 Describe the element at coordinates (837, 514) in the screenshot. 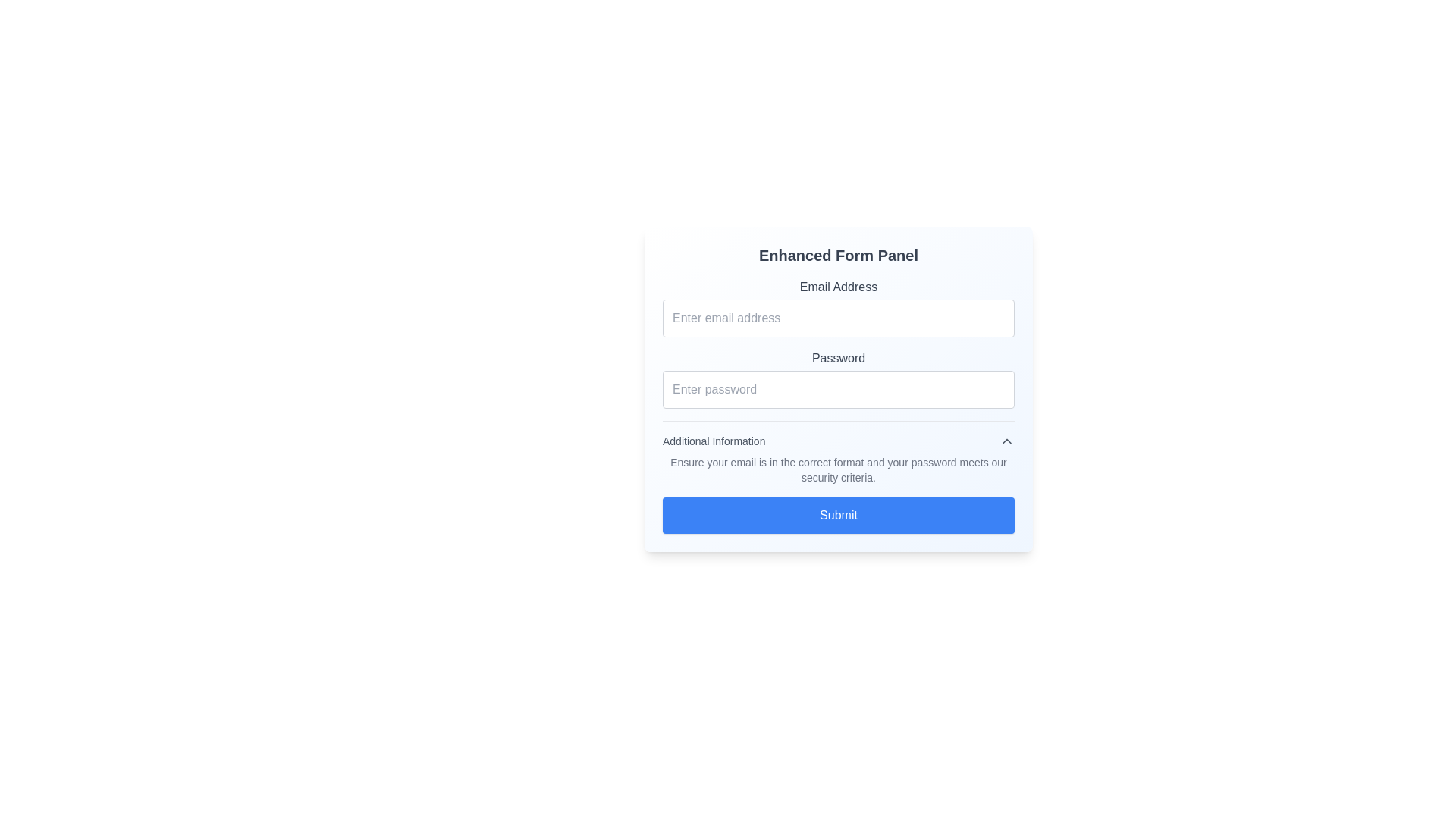

I see `the 'Submit' button, which is a horizontally elongated rectangle with a blue background and white text, located at the bottom of the form layout` at that location.